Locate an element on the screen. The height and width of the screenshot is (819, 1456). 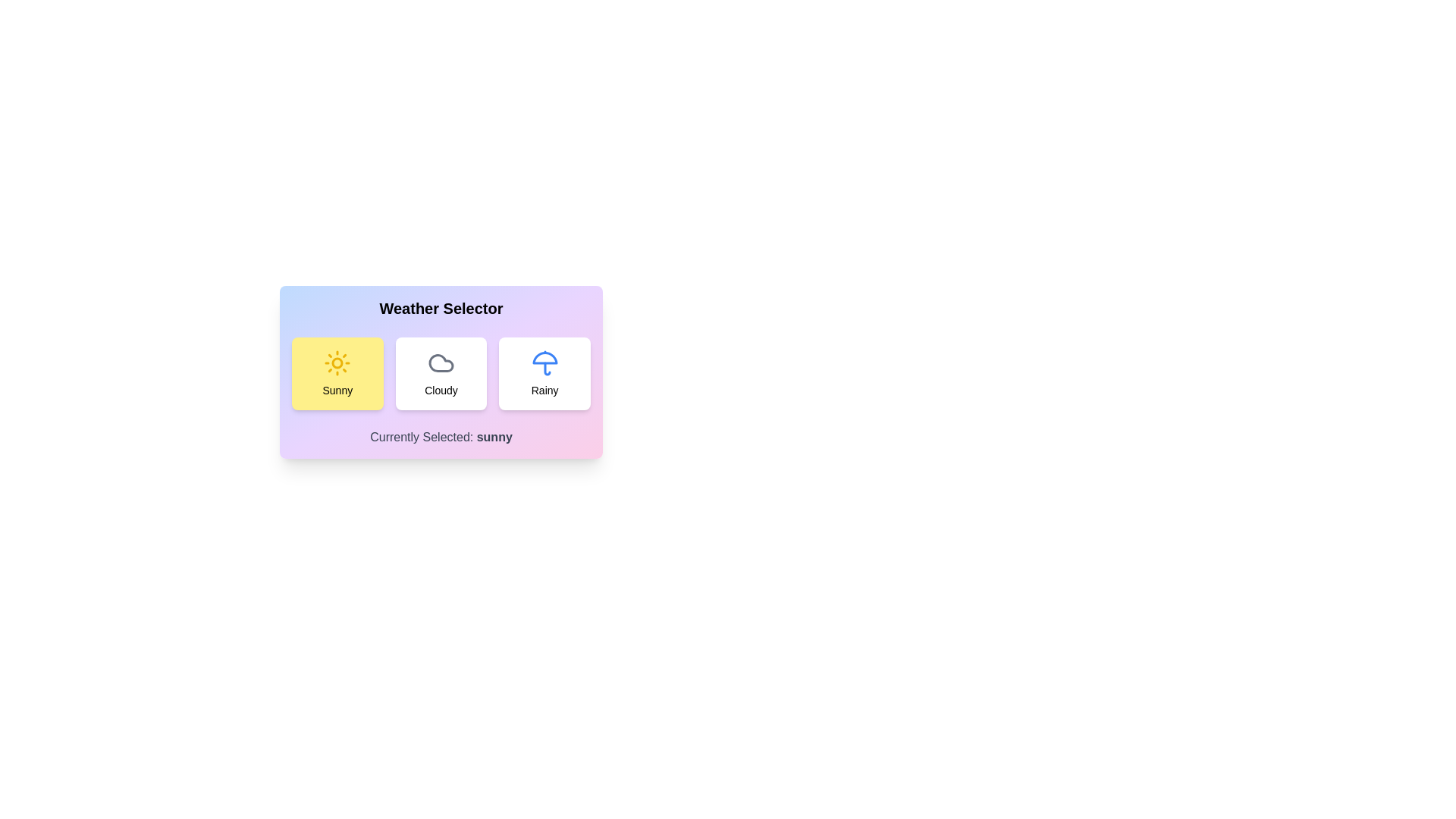
the weather option Cloudy by clicking its corresponding button is located at coordinates (440, 374).